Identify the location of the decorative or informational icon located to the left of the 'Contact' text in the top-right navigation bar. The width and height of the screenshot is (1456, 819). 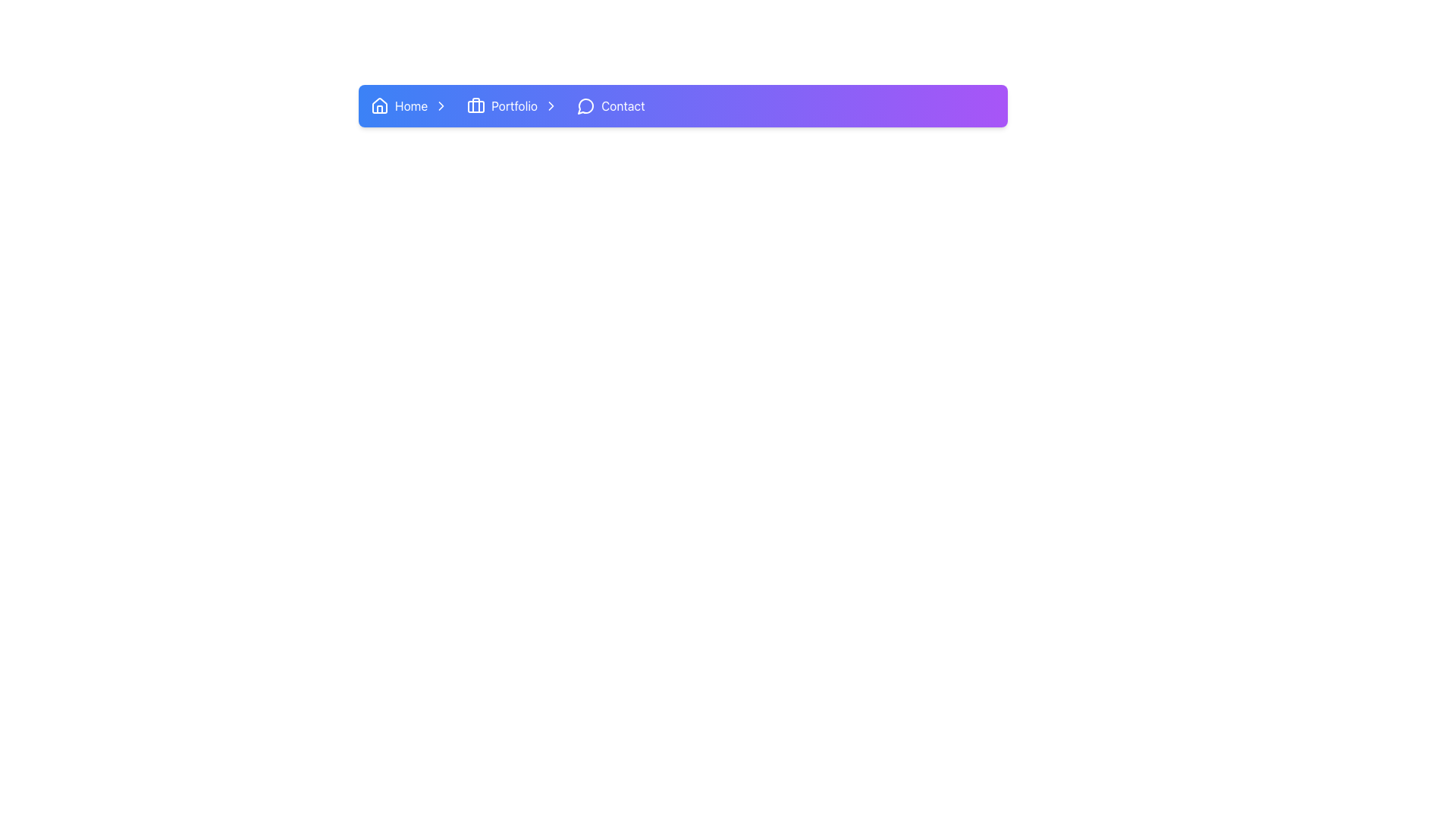
(585, 105).